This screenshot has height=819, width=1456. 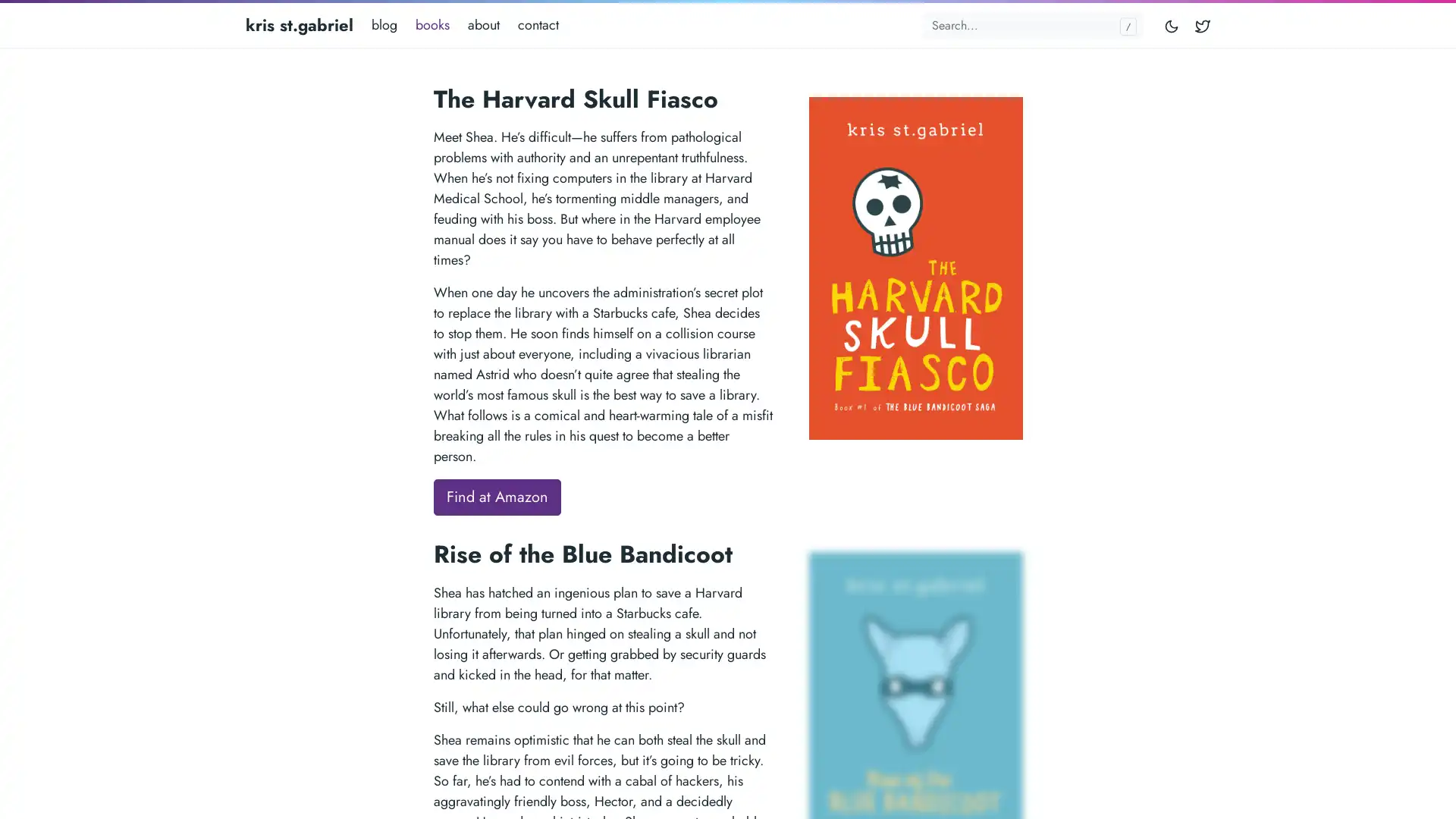 I want to click on Toggle mode, so click(x=1171, y=25).